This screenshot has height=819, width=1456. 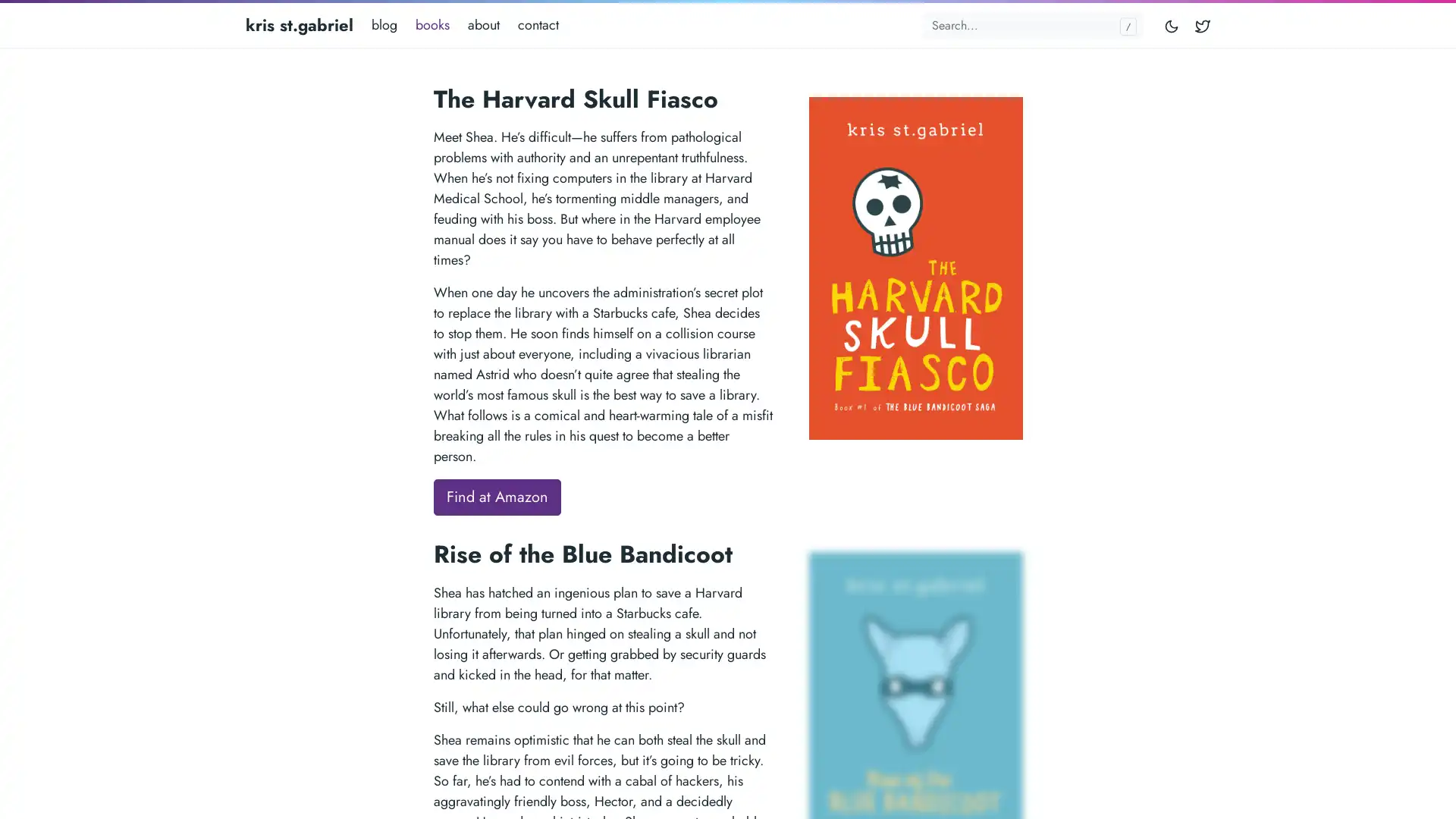 I want to click on Toggle mode, so click(x=1171, y=25).